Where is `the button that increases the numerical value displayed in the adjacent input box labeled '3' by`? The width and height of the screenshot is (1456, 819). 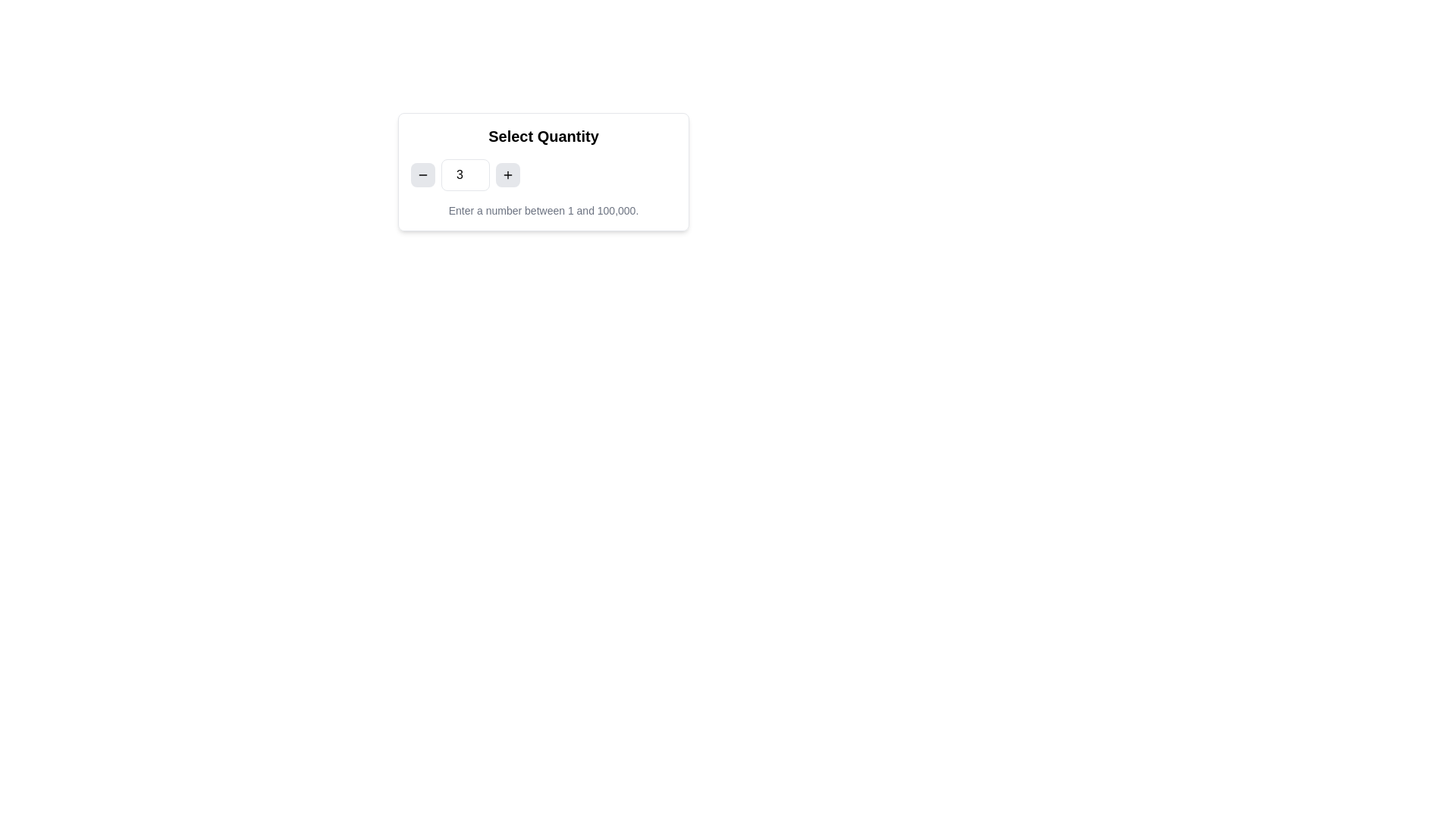 the button that increases the numerical value displayed in the adjacent input box labeled '3' by is located at coordinates (508, 174).